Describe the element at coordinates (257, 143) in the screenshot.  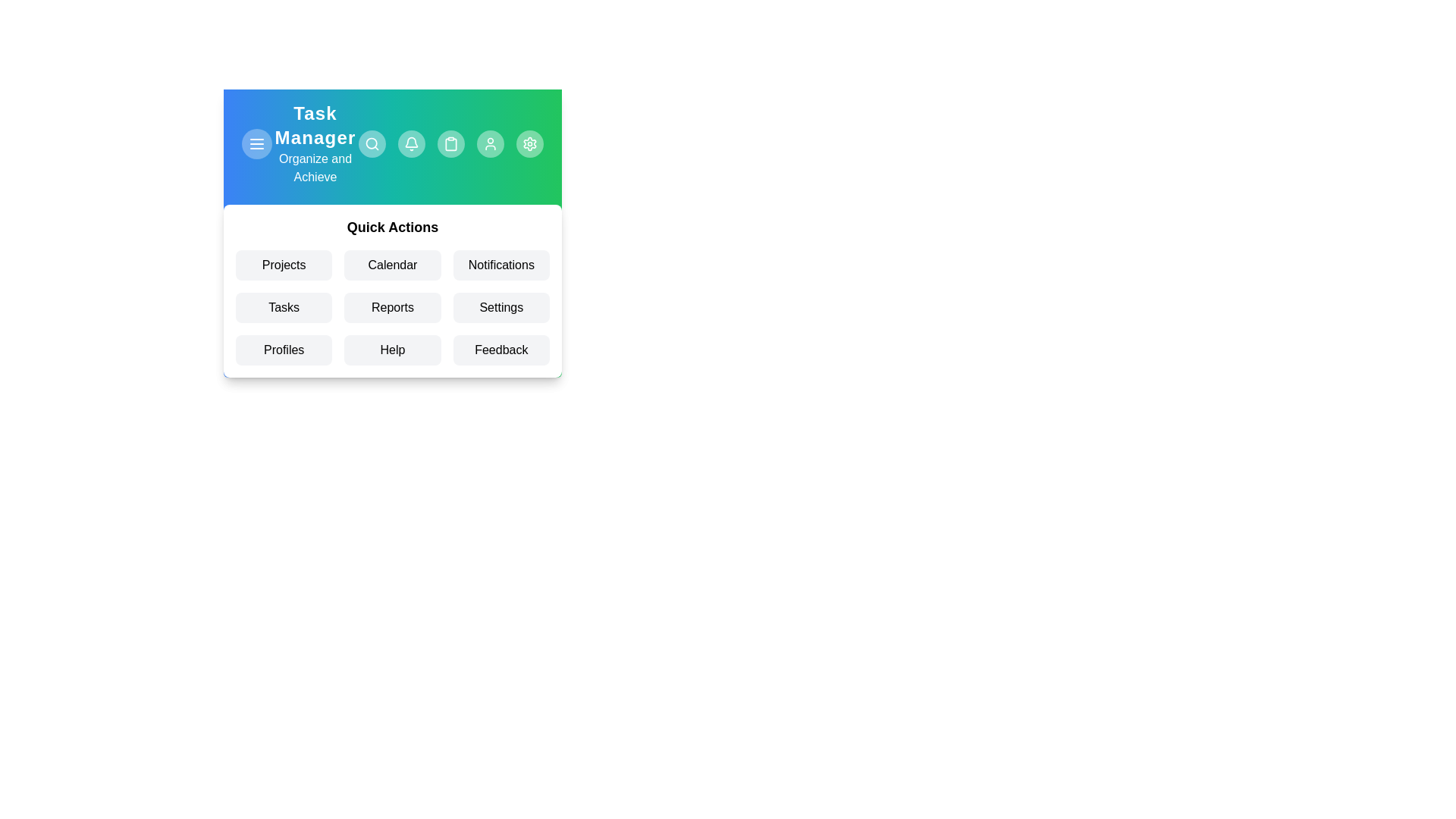
I see `the menu button to toggle the menu visibility` at that location.